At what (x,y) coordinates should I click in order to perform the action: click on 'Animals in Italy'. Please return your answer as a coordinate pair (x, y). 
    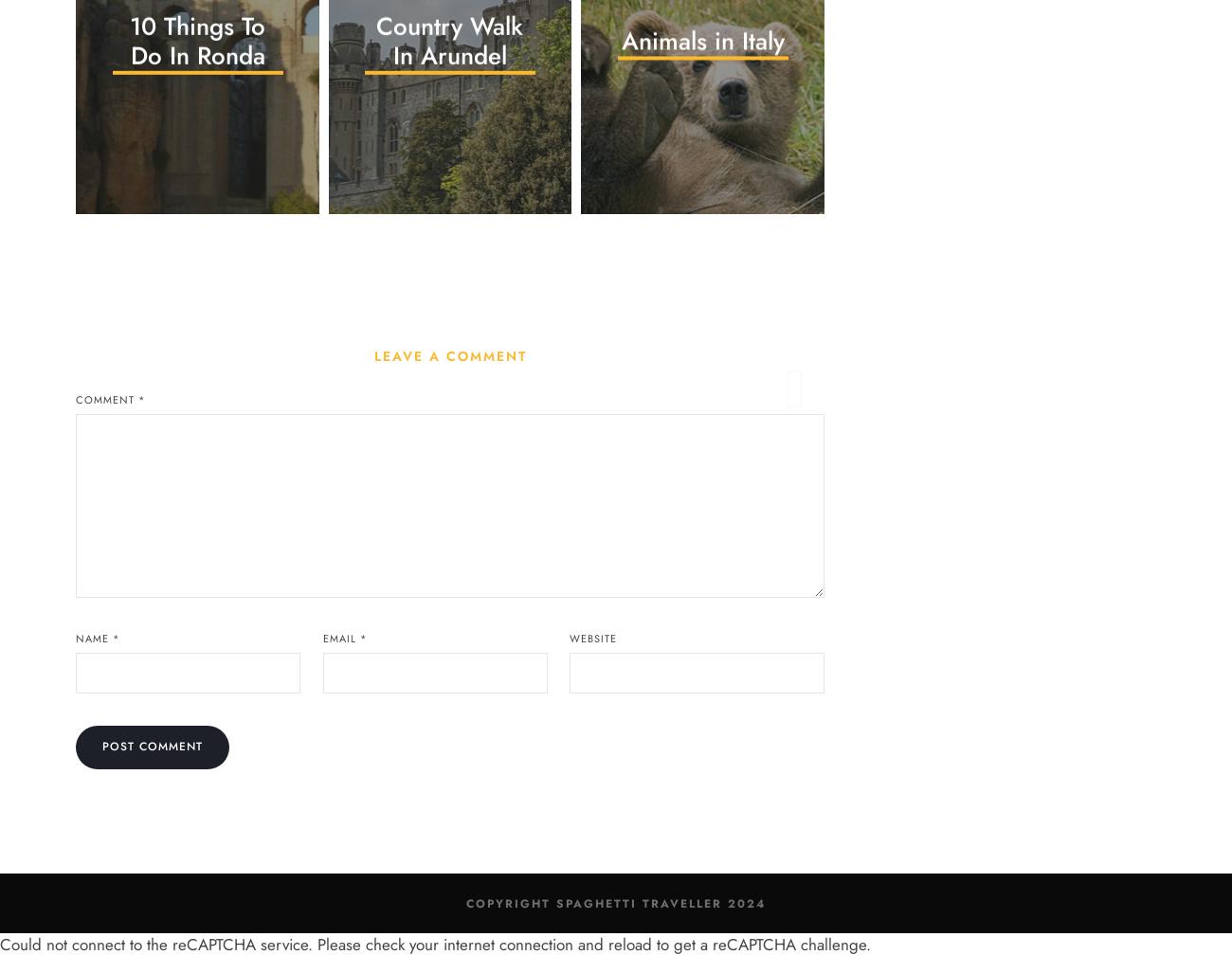
    Looking at the image, I should click on (701, 41).